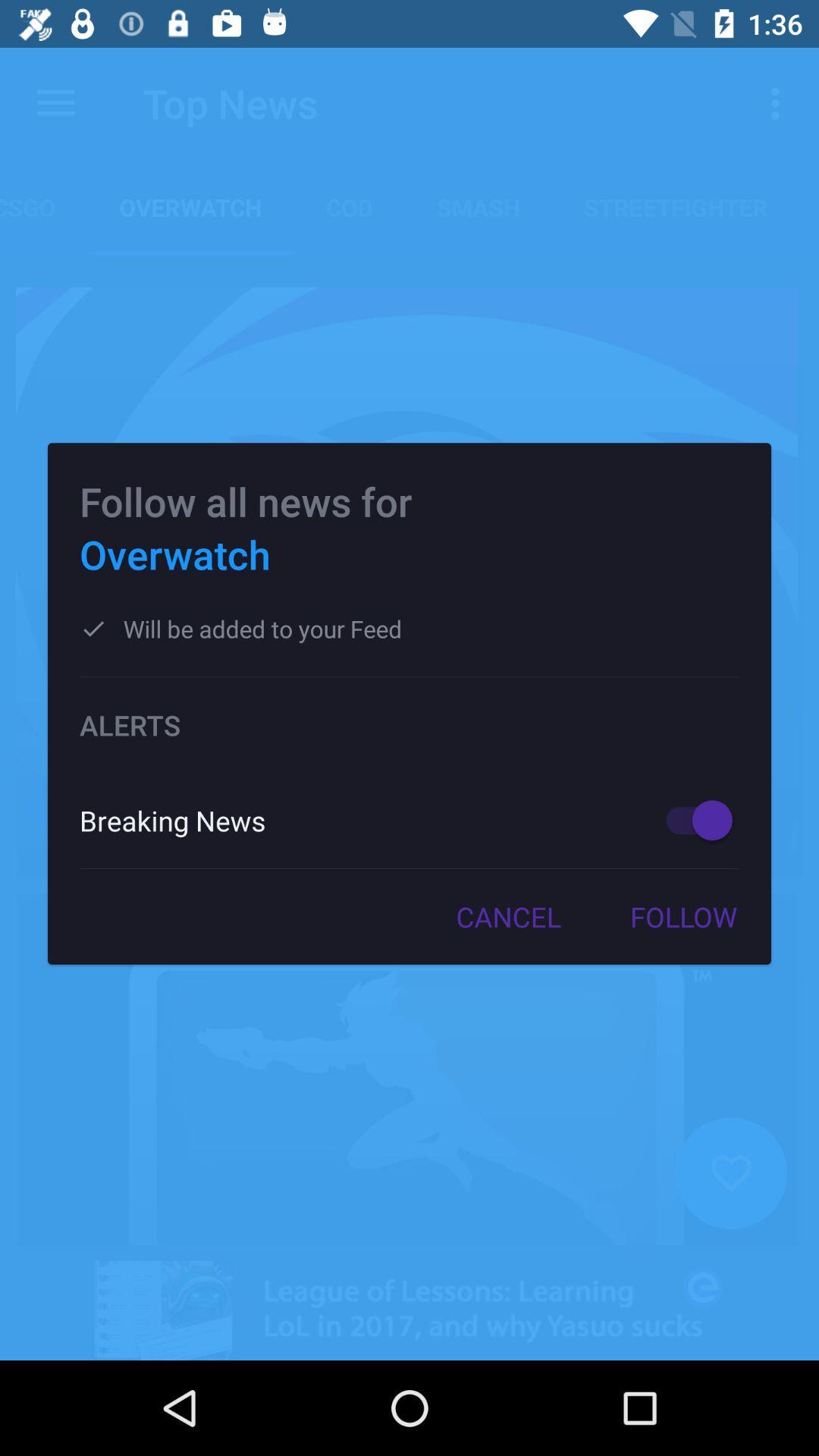 The image size is (819, 1456). I want to click on item below alerts icon, so click(356, 820).